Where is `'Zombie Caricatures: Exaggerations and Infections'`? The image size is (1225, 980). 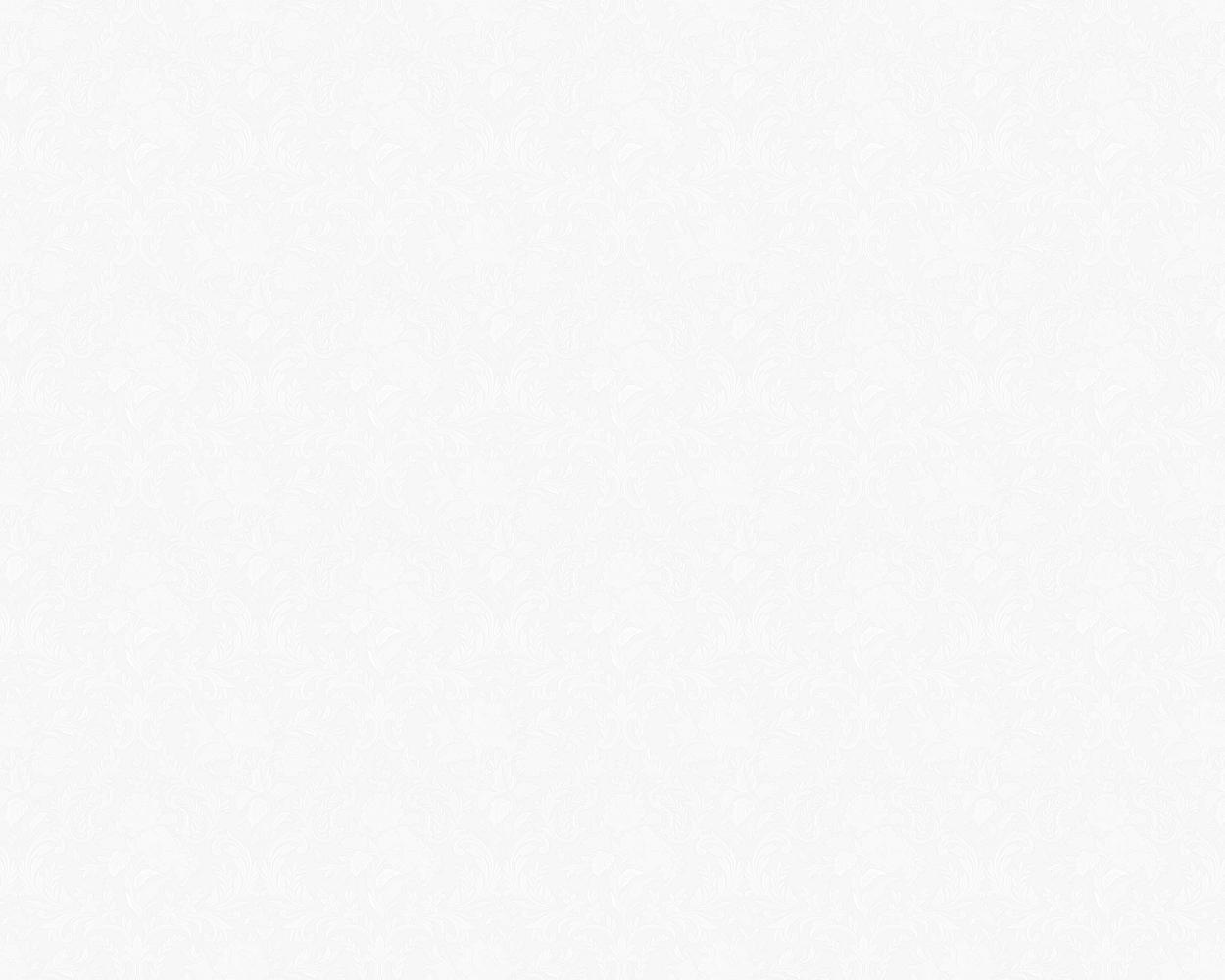
'Zombie Caricatures: Exaggerations and Infections' is located at coordinates (213, 94).